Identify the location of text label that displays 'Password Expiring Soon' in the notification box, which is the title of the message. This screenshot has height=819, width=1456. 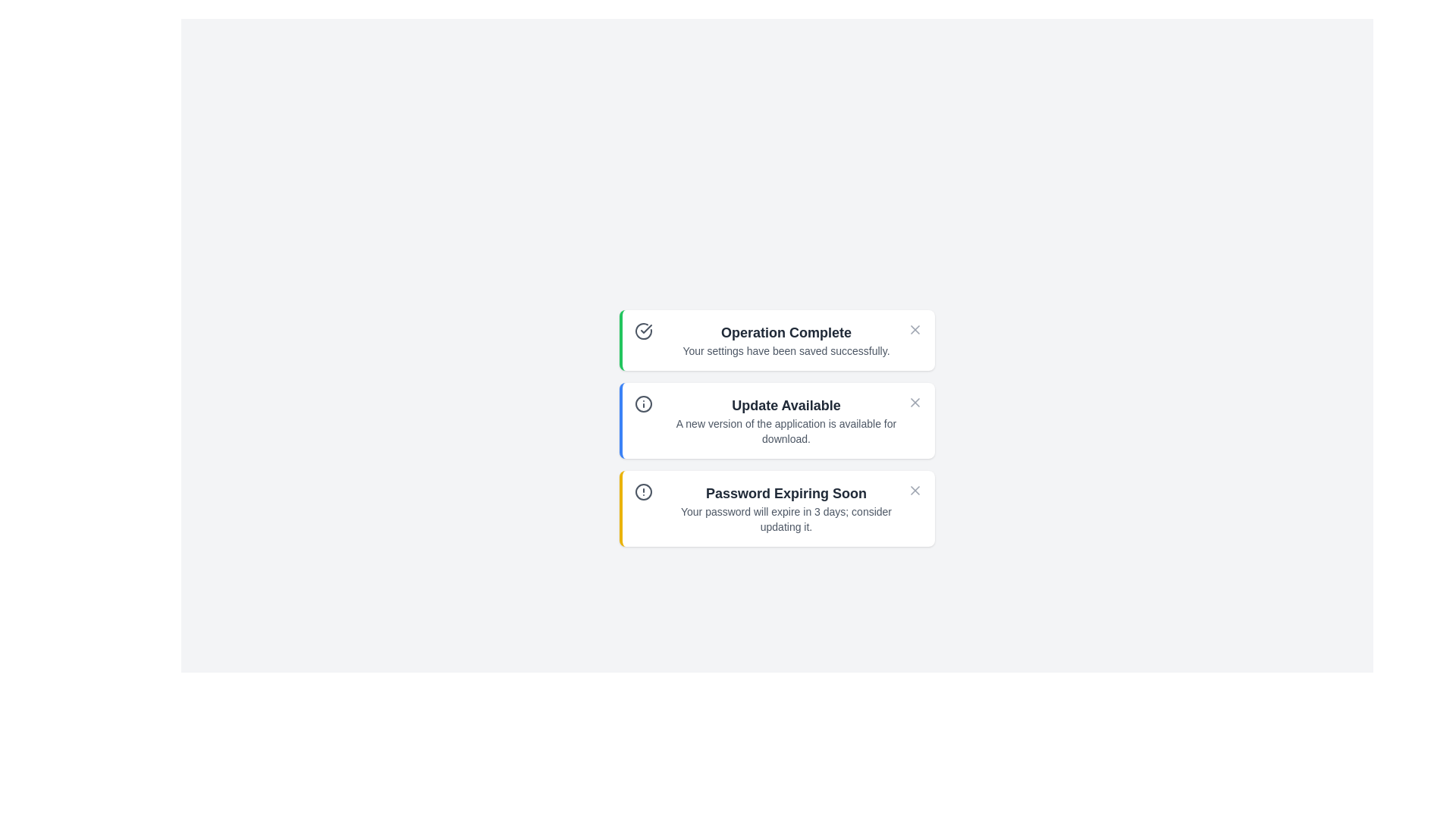
(786, 494).